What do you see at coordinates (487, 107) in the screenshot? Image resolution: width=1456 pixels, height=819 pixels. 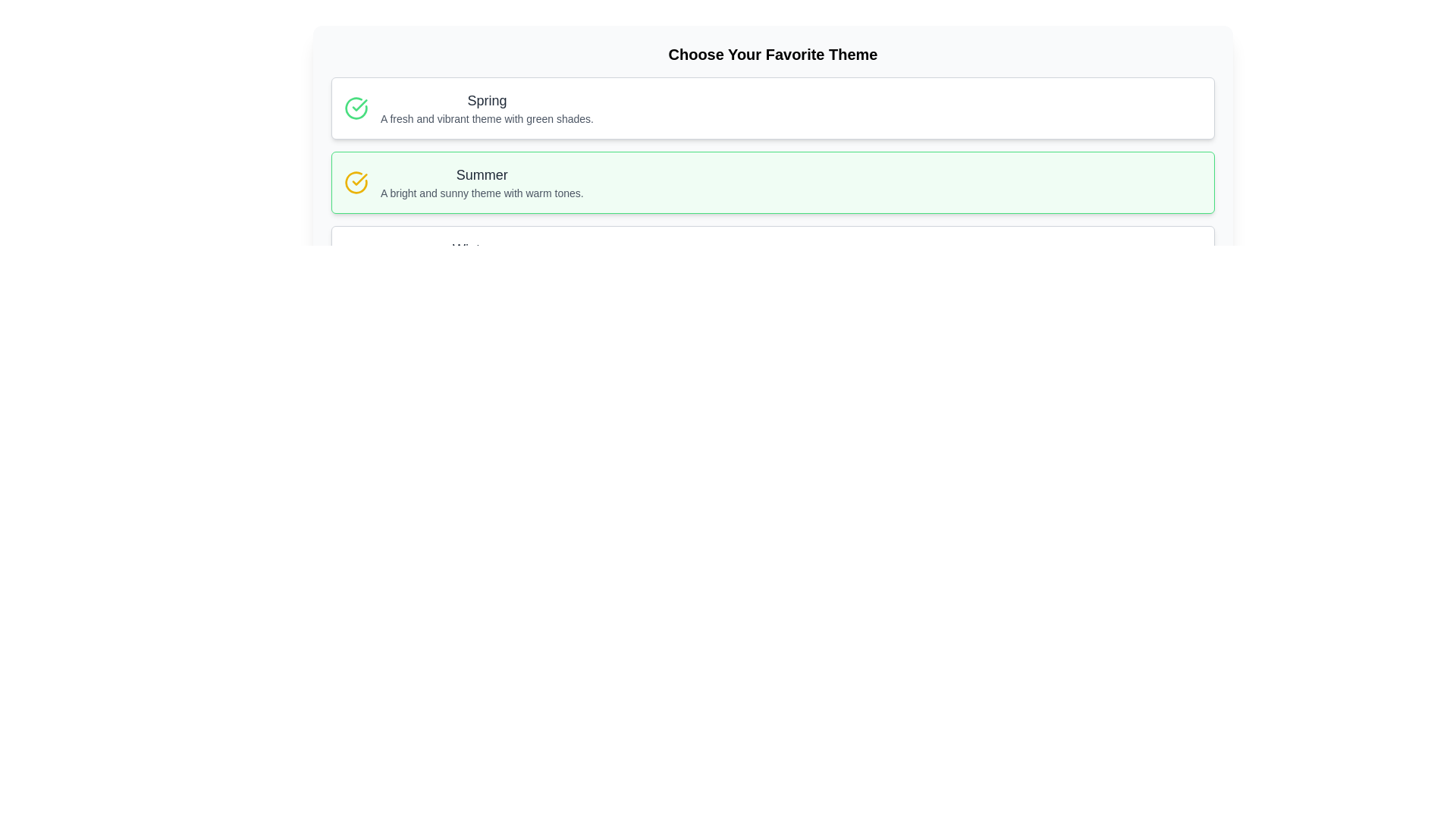 I see `the text content element providing the title and description for the 'Spring' theme, located to the right of the circular icon within the selectable card` at bounding box center [487, 107].